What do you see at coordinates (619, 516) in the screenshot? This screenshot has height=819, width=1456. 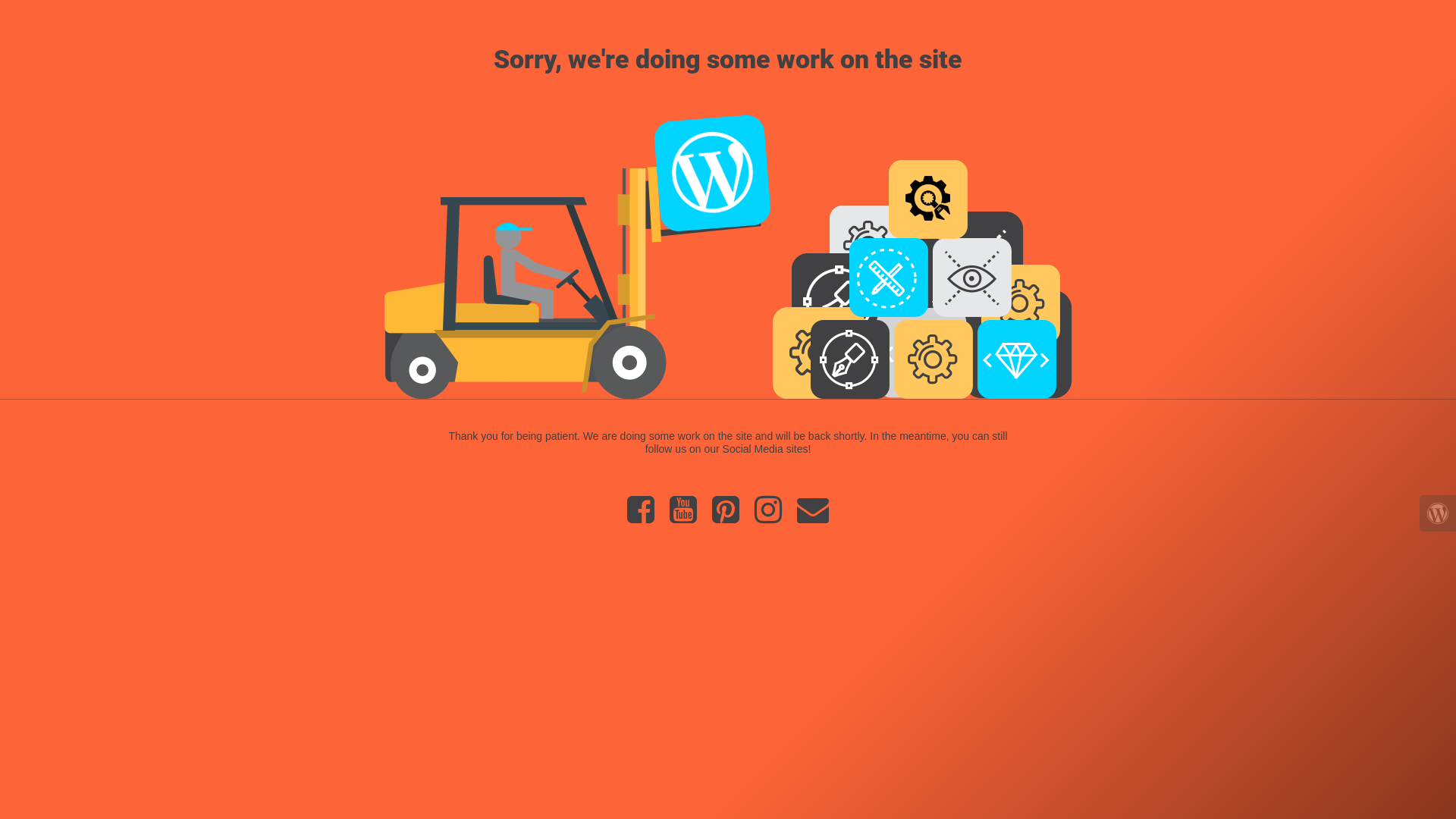 I see `'Facebook'` at bounding box center [619, 516].